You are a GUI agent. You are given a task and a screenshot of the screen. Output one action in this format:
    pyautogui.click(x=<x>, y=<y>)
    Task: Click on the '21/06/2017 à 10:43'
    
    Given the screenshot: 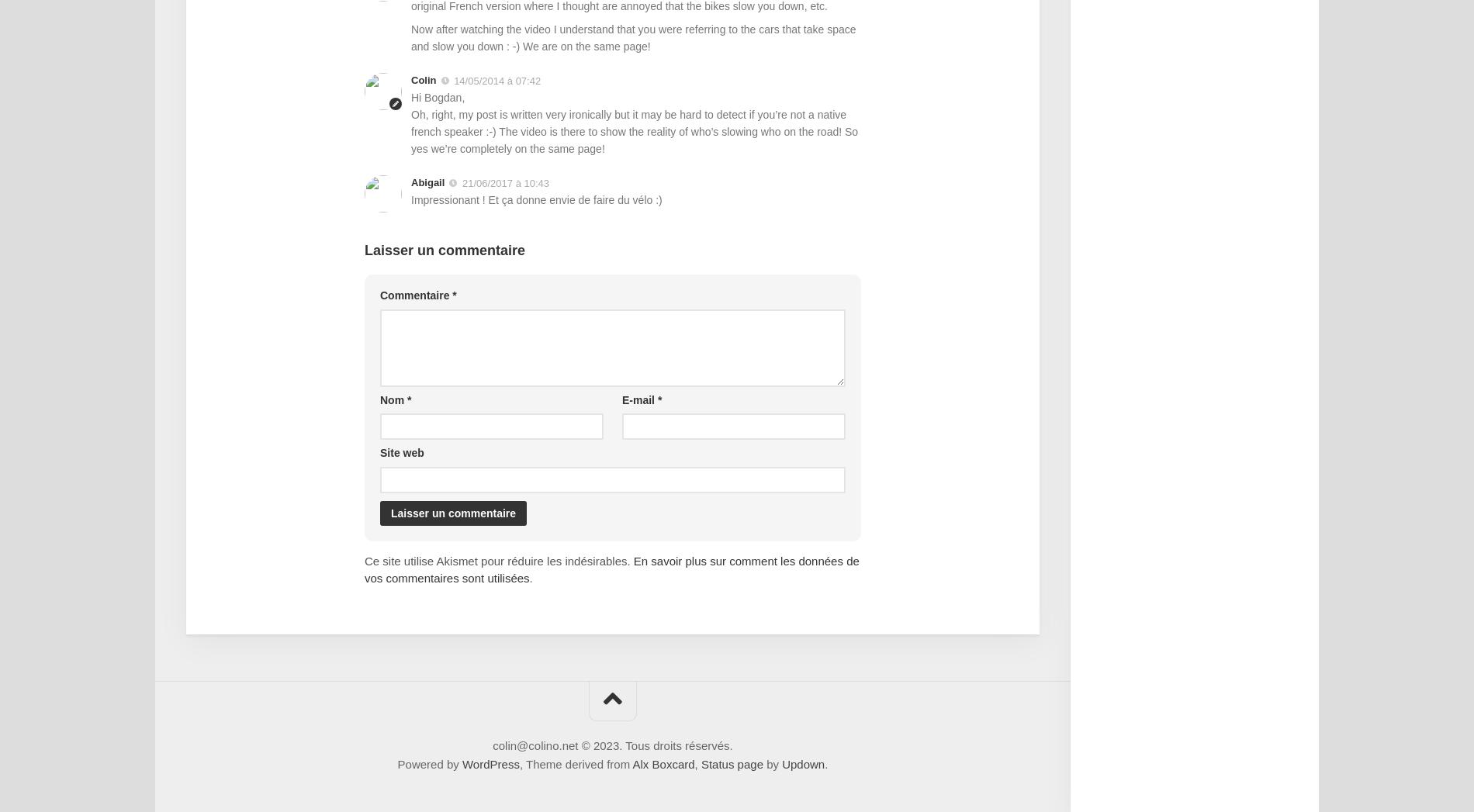 What is the action you would take?
    pyautogui.click(x=505, y=181)
    